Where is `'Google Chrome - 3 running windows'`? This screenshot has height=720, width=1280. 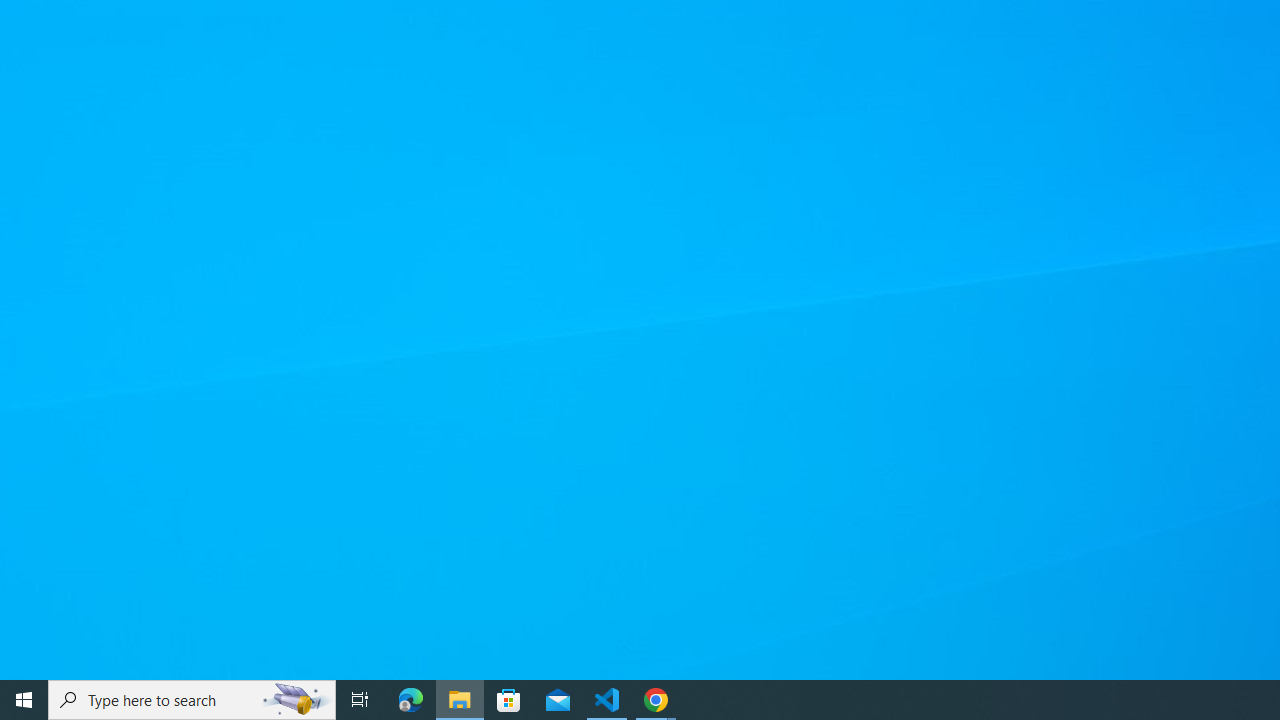 'Google Chrome - 3 running windows' is located at coordinates (656, 698).